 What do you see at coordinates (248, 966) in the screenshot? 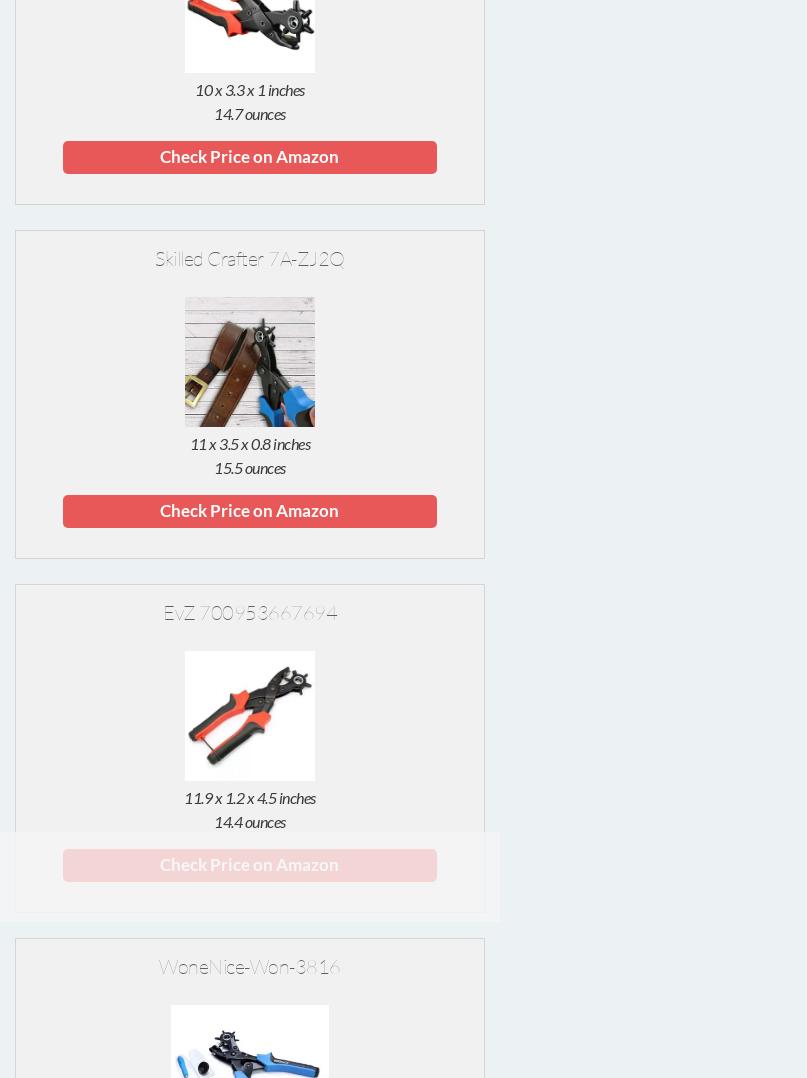
I see `'WoneNice-Won-3816'` at bounding box center [248, 966].